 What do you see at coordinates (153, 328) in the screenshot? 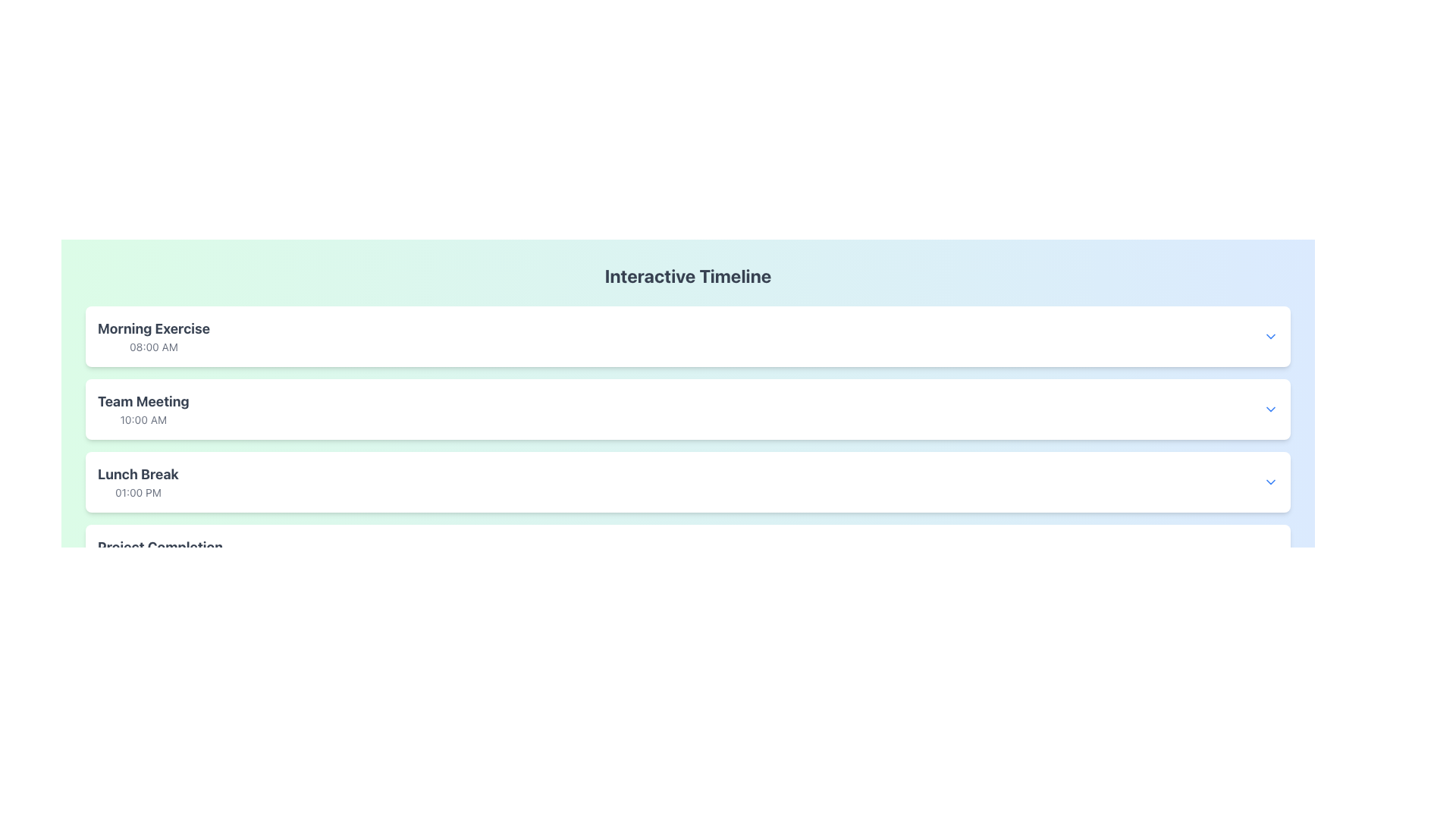
I see `the title text of the first scheduled event, 'Morning Exercise', which is located at the top of the first event card in the vertical list` at bounding box center [153, 328].